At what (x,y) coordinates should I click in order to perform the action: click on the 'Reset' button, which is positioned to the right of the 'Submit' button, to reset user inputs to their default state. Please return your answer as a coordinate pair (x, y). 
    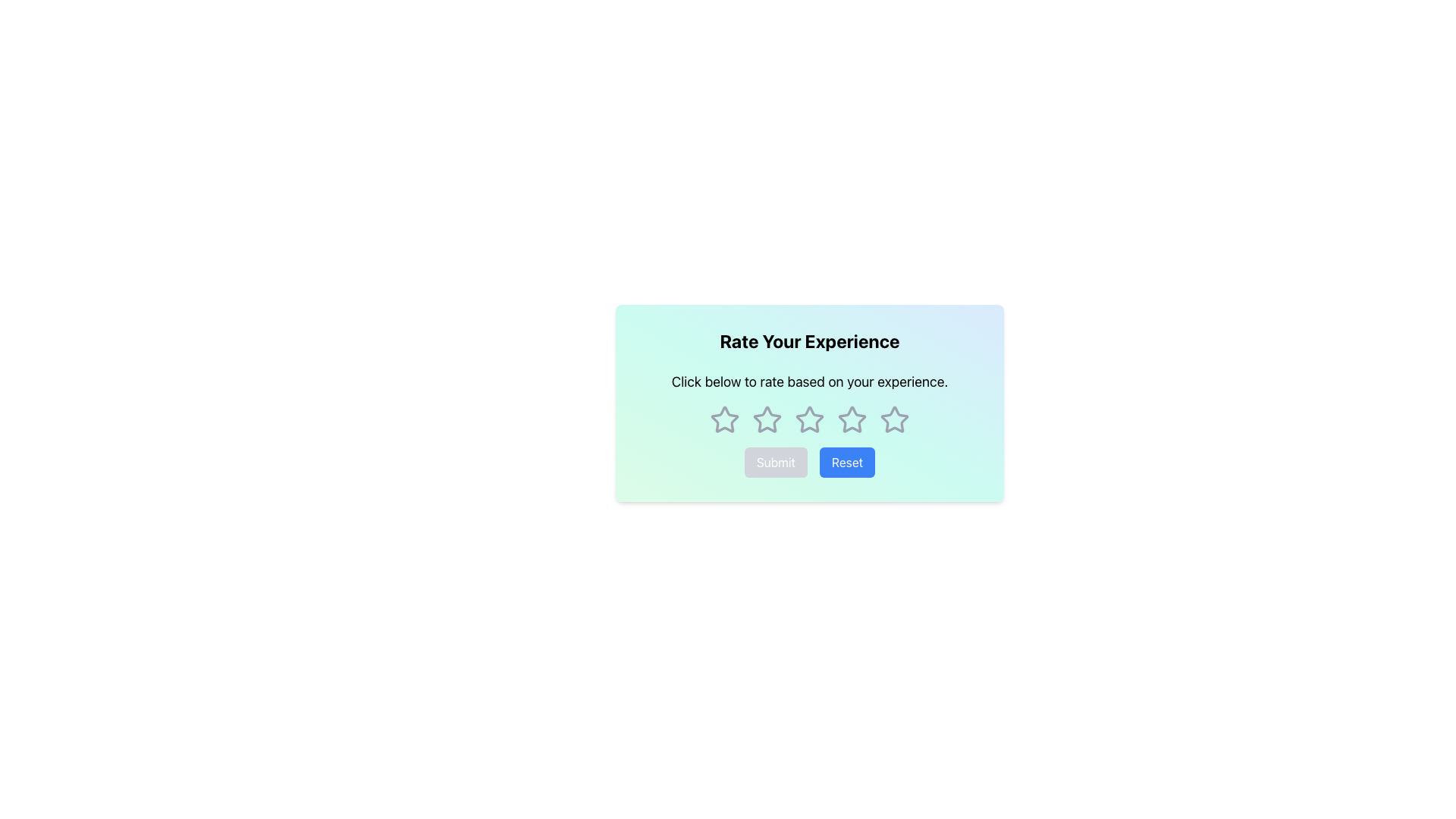
    Looking at the image, I should click on (846, 461).